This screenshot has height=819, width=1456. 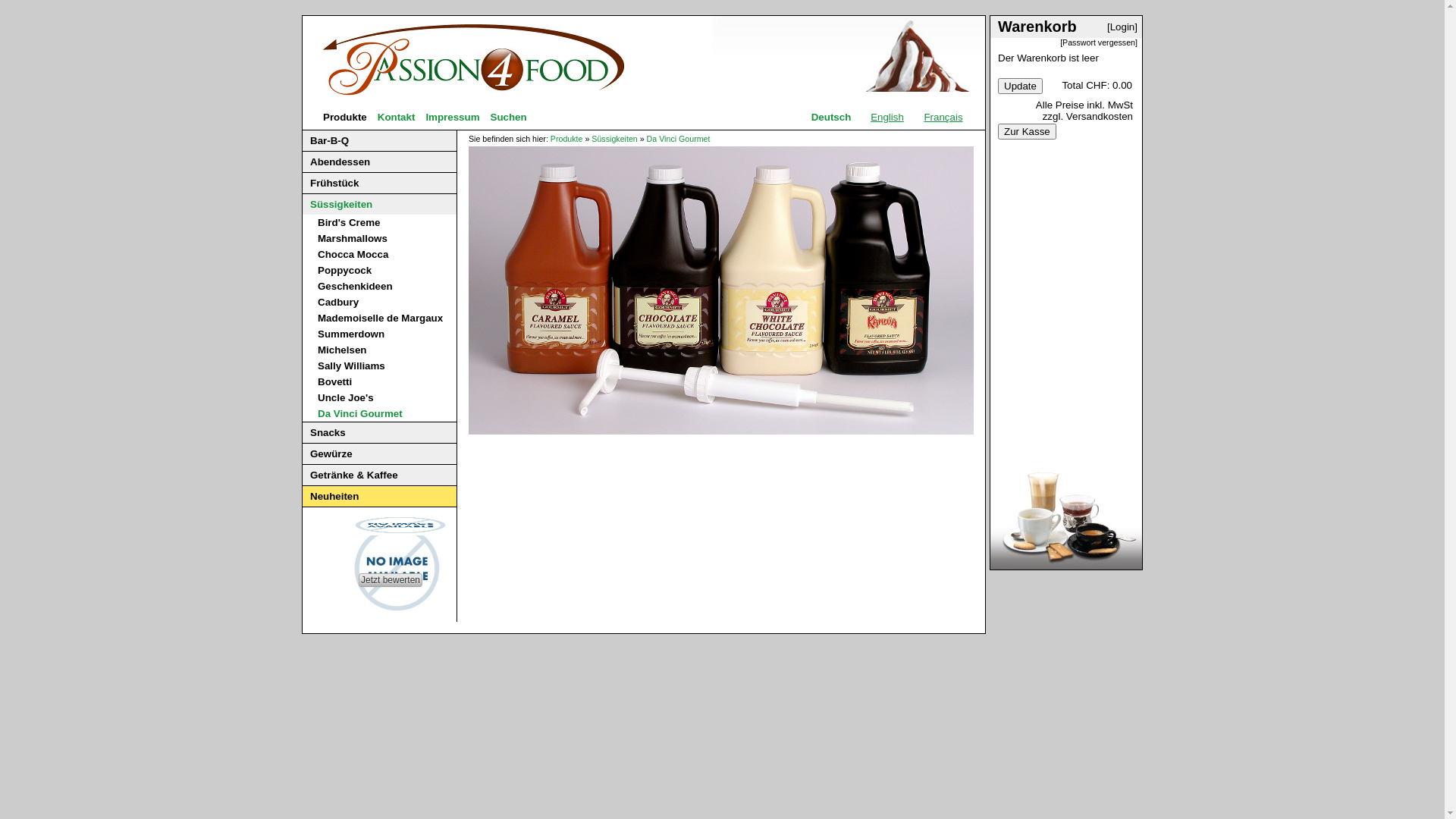 I want to click on 'Update', so click(x=997, y=86).